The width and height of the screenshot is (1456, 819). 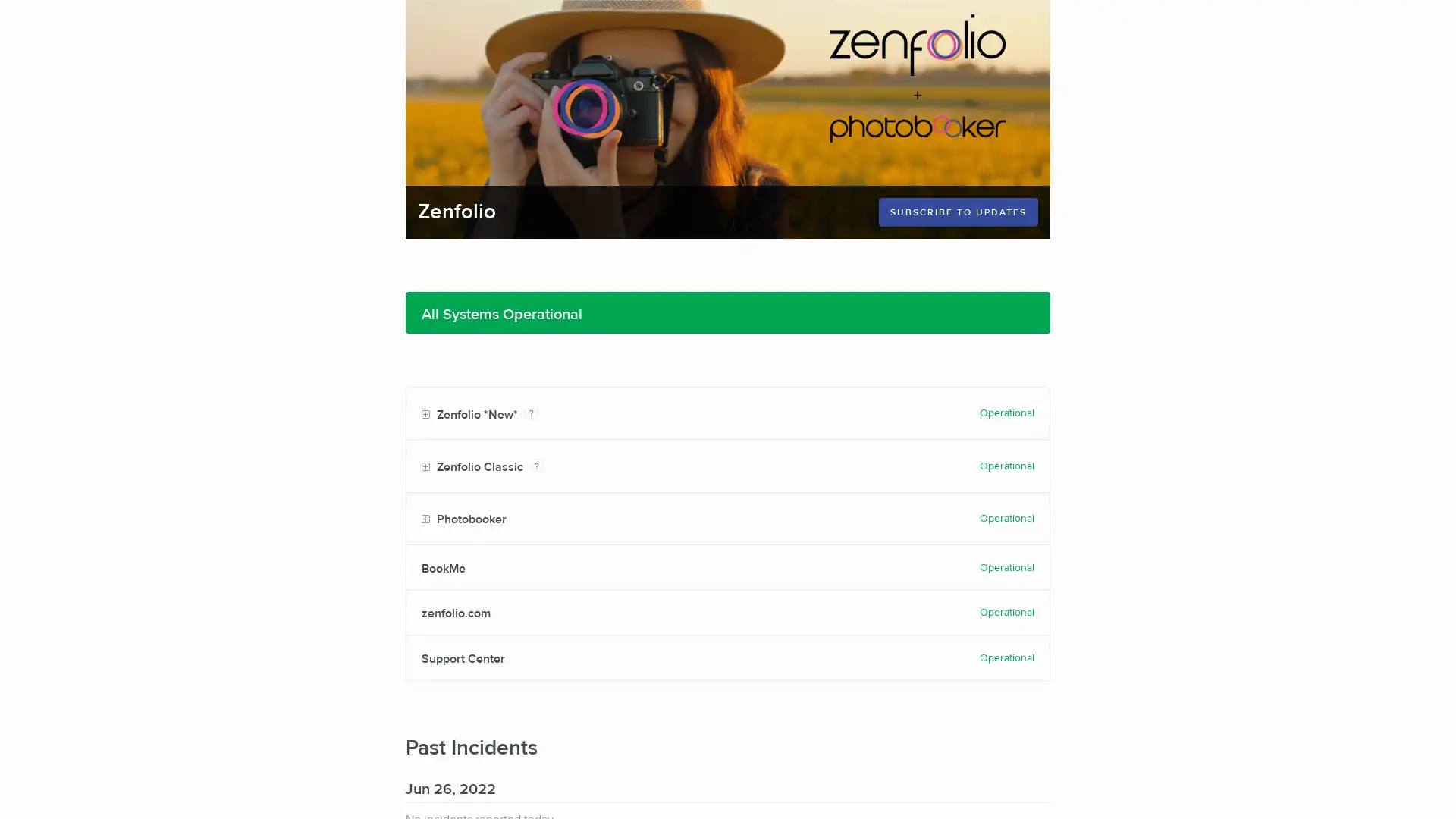 I want to click on Toggle Zenfolio *New*, so click(x=425, y=414).